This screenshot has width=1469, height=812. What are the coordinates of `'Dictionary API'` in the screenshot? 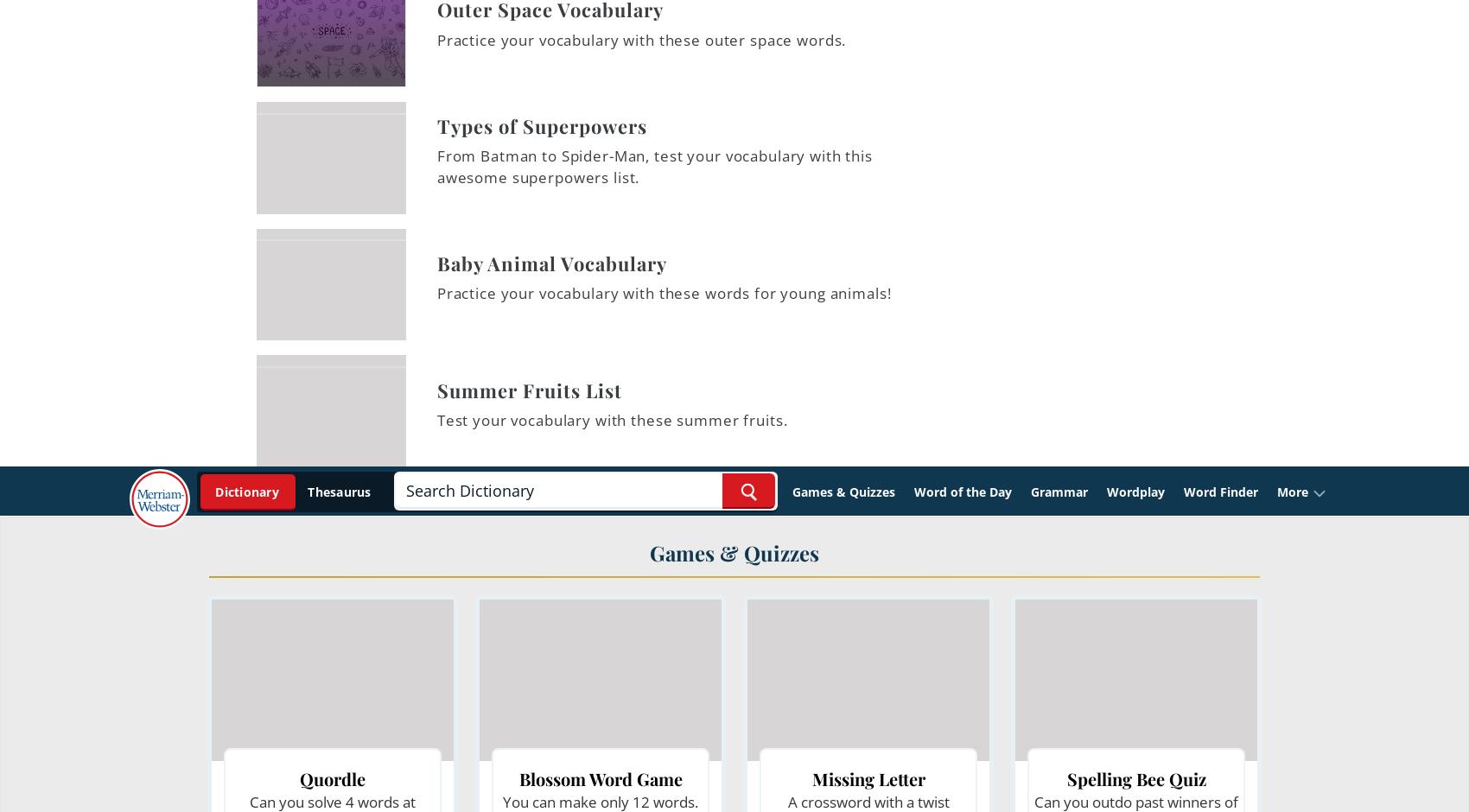 It's located at (728, 74).